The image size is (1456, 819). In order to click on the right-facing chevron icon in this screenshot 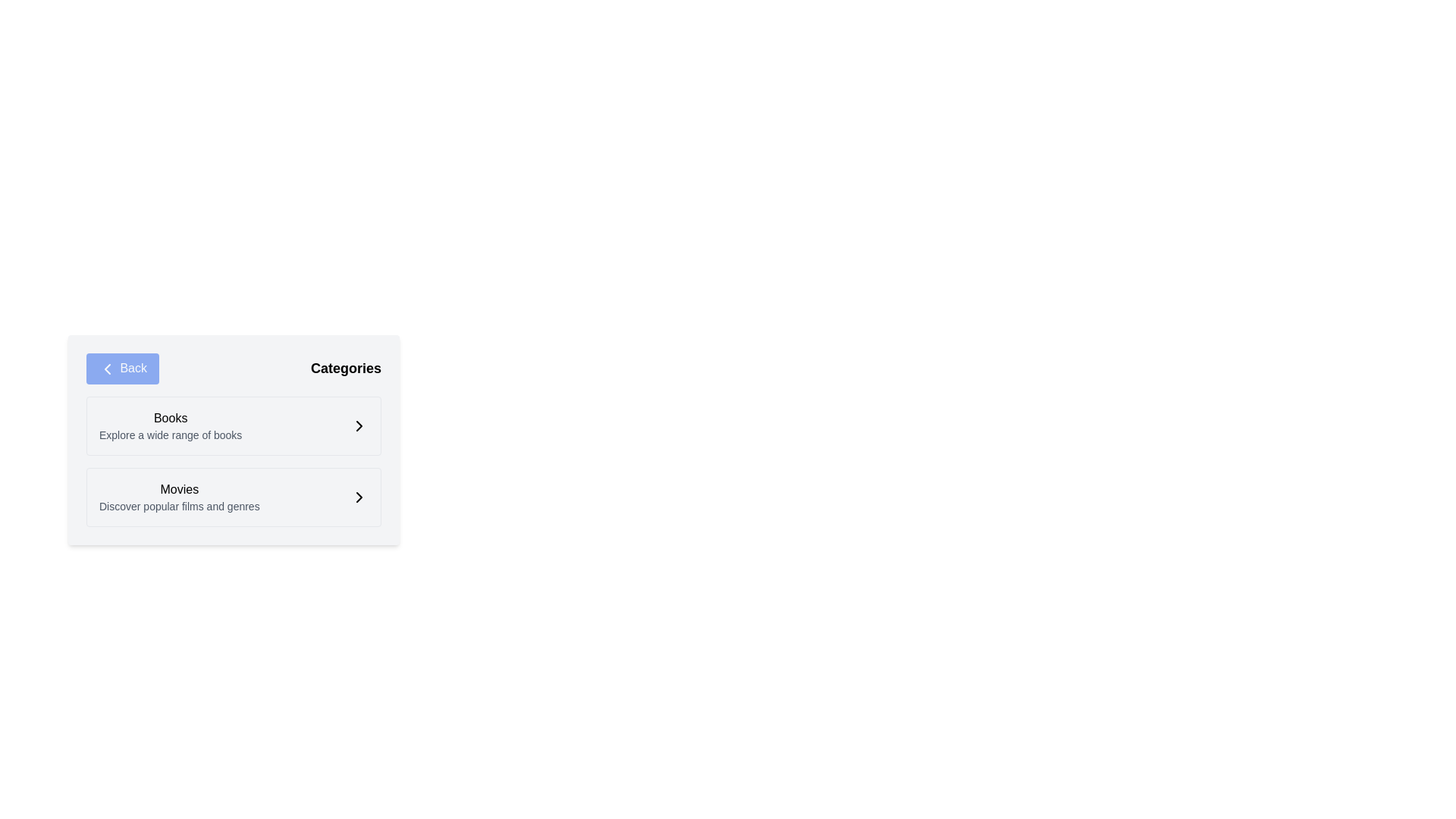, I will do `click(359, 497)`.